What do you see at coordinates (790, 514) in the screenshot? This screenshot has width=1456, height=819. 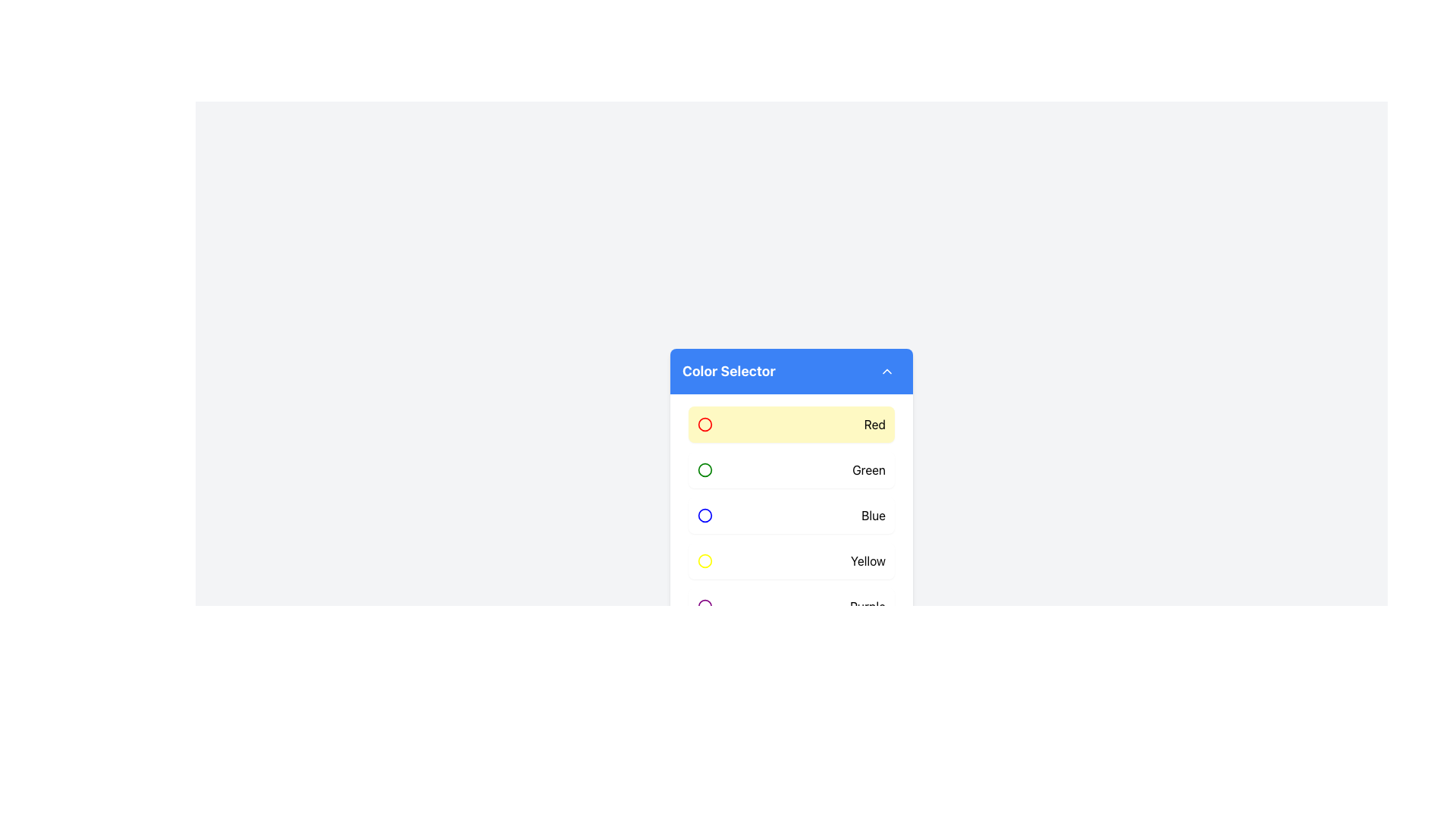 I see `the third selectable list item labeled 'Blue' in the vertically stacked color selector interface` at bounding box center [790, 514].